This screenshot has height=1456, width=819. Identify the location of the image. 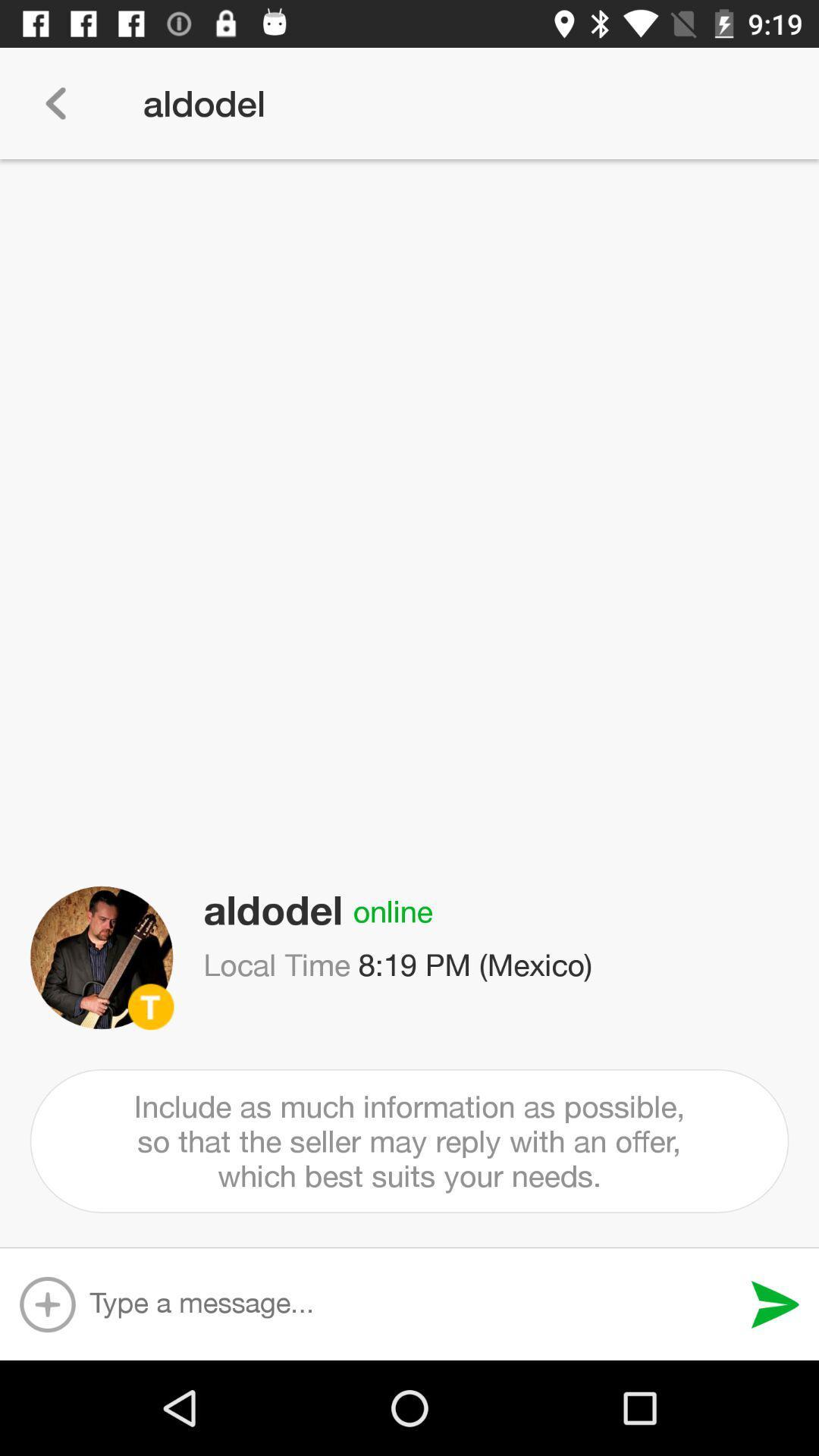
(102, 957).